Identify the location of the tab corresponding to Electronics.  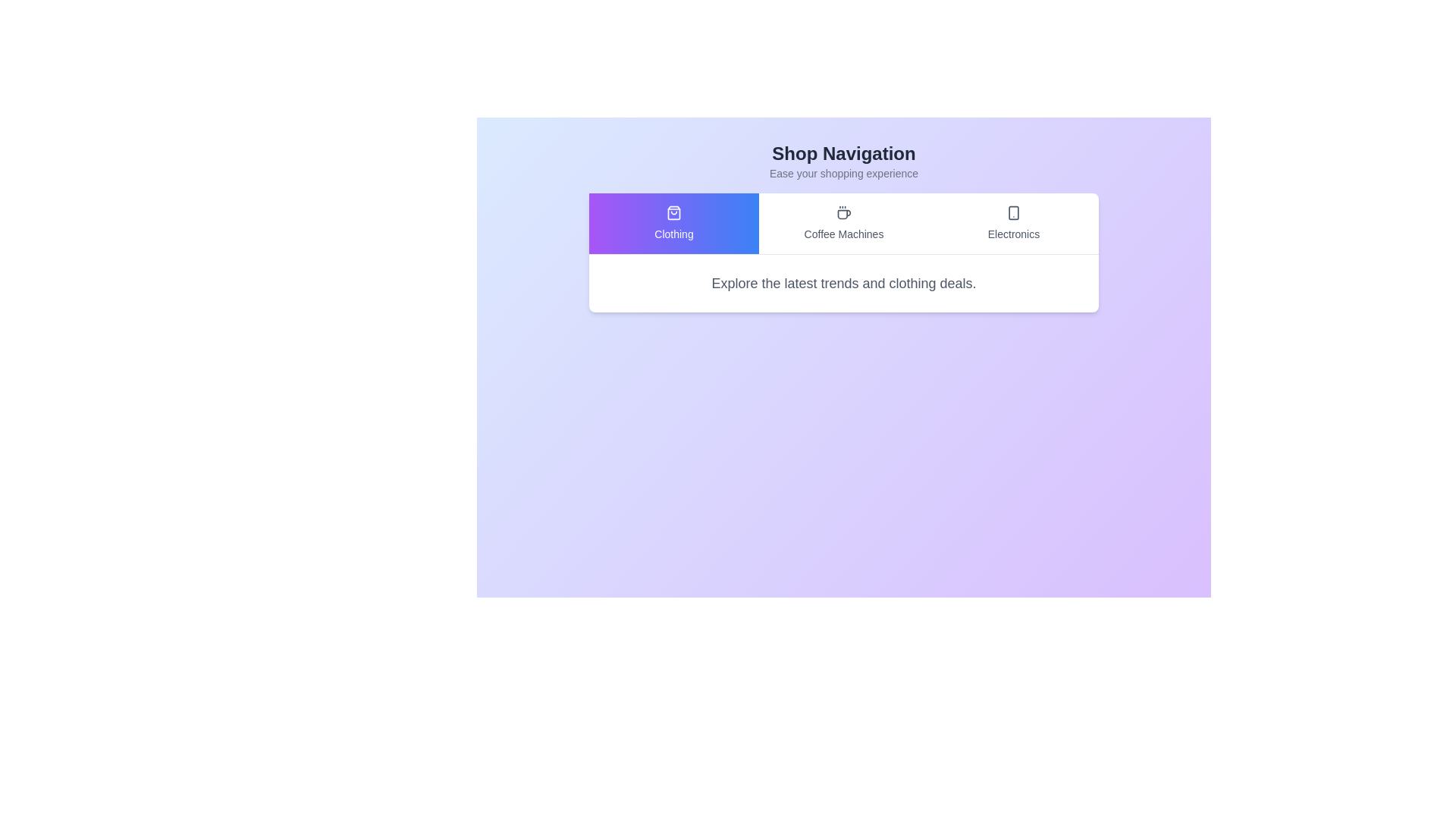
(1014, 223).